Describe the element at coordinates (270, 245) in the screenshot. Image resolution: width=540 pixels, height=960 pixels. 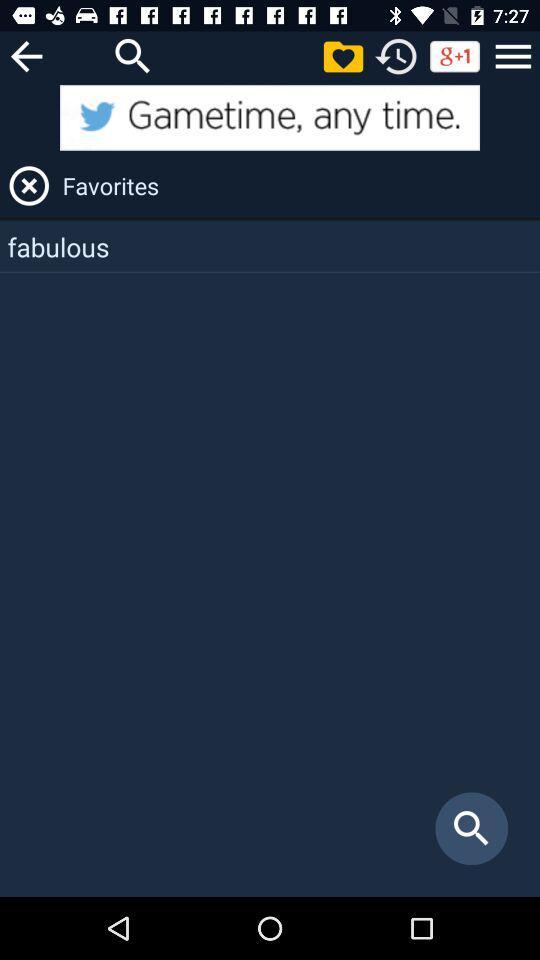
I see `the fabulous item` at that location.